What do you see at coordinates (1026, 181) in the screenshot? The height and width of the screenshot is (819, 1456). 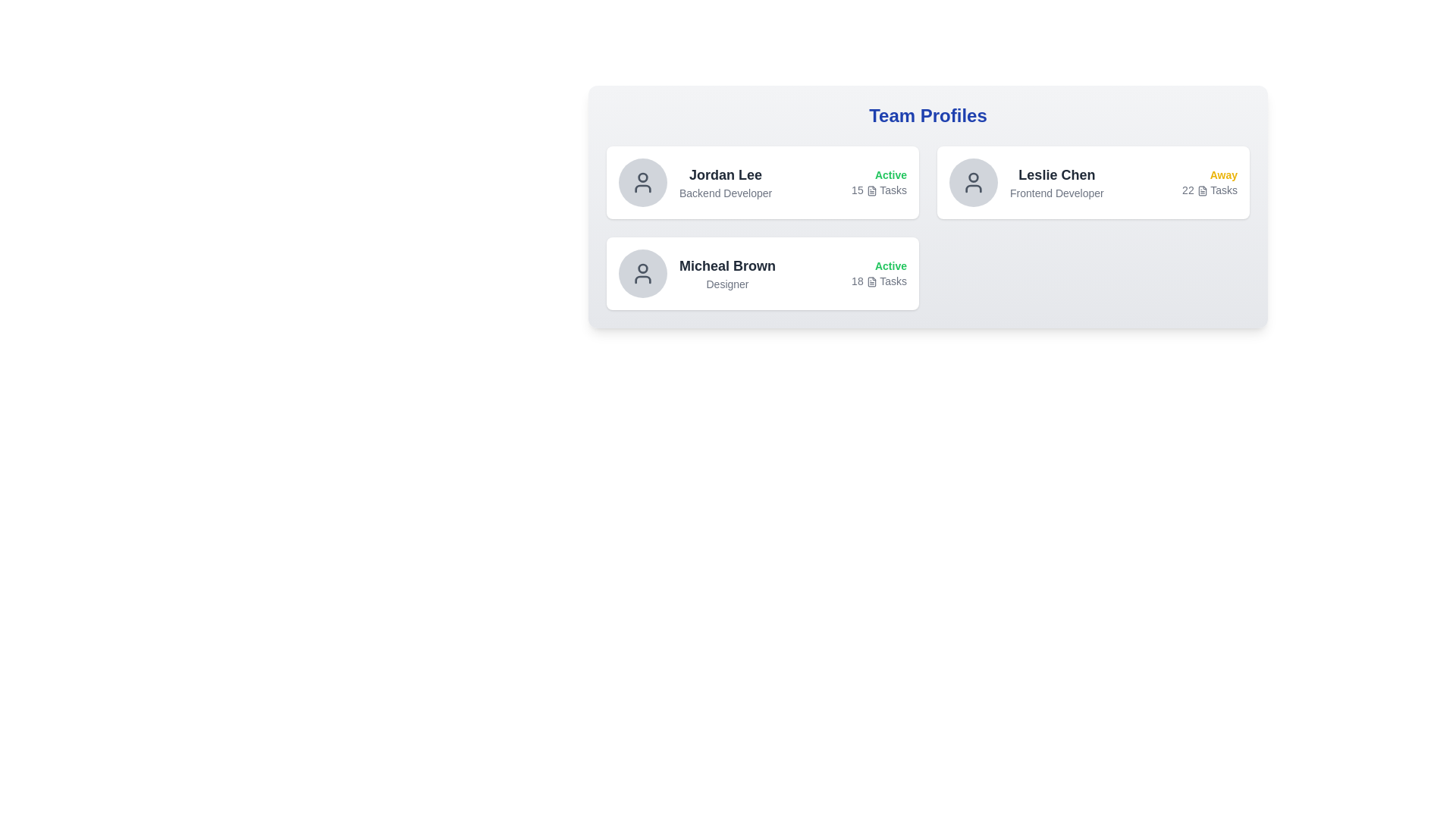 I see `the information display component for 'Leslie Chen', a Frontend Developer, which is the second item in the Team Profiles section` at bounding box center [1026, 181].